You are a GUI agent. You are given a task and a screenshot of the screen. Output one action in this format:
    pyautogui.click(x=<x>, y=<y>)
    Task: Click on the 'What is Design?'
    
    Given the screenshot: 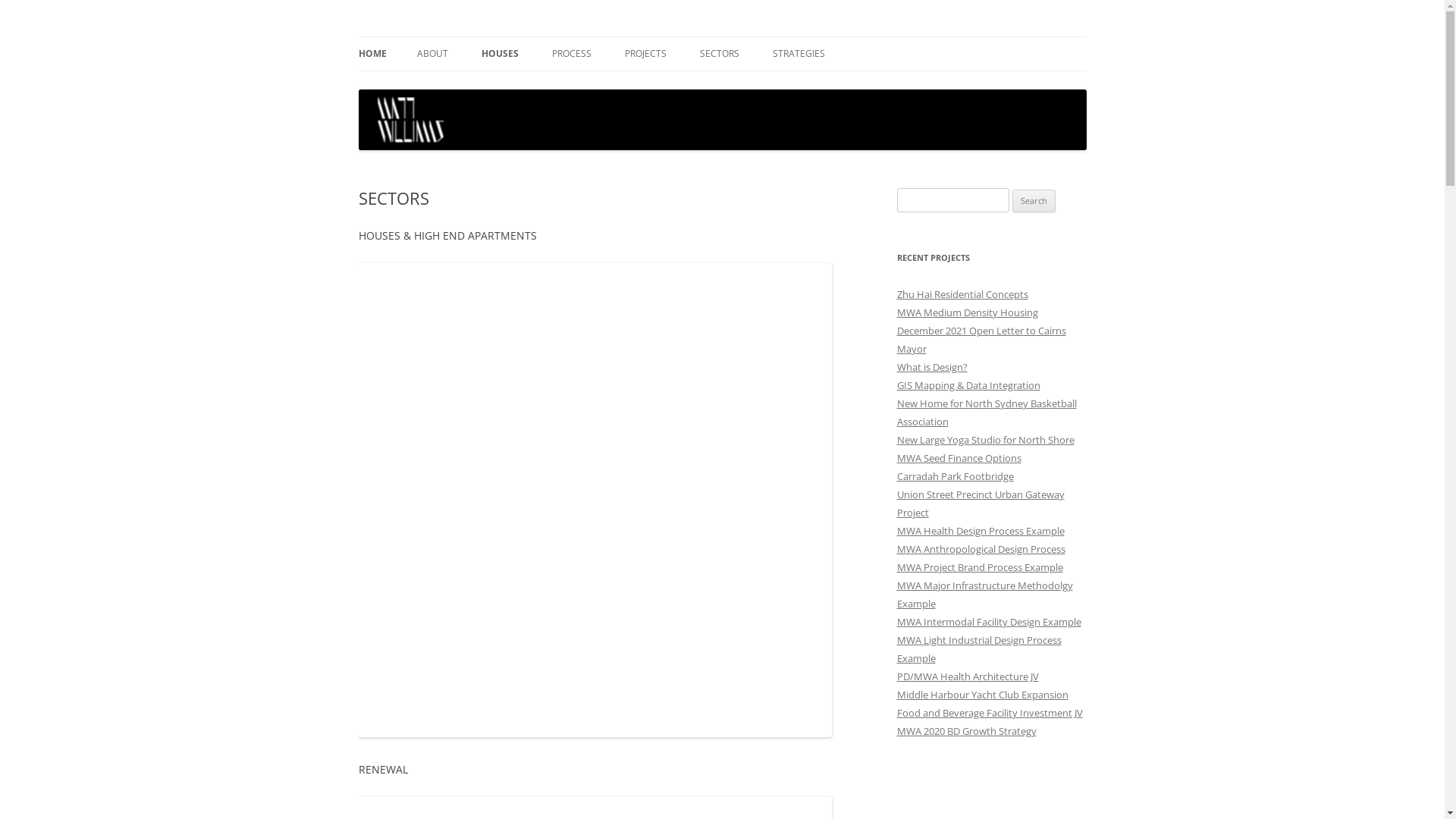 What is the action you would take?
    pyautogui.click(x=930, y=366)
    